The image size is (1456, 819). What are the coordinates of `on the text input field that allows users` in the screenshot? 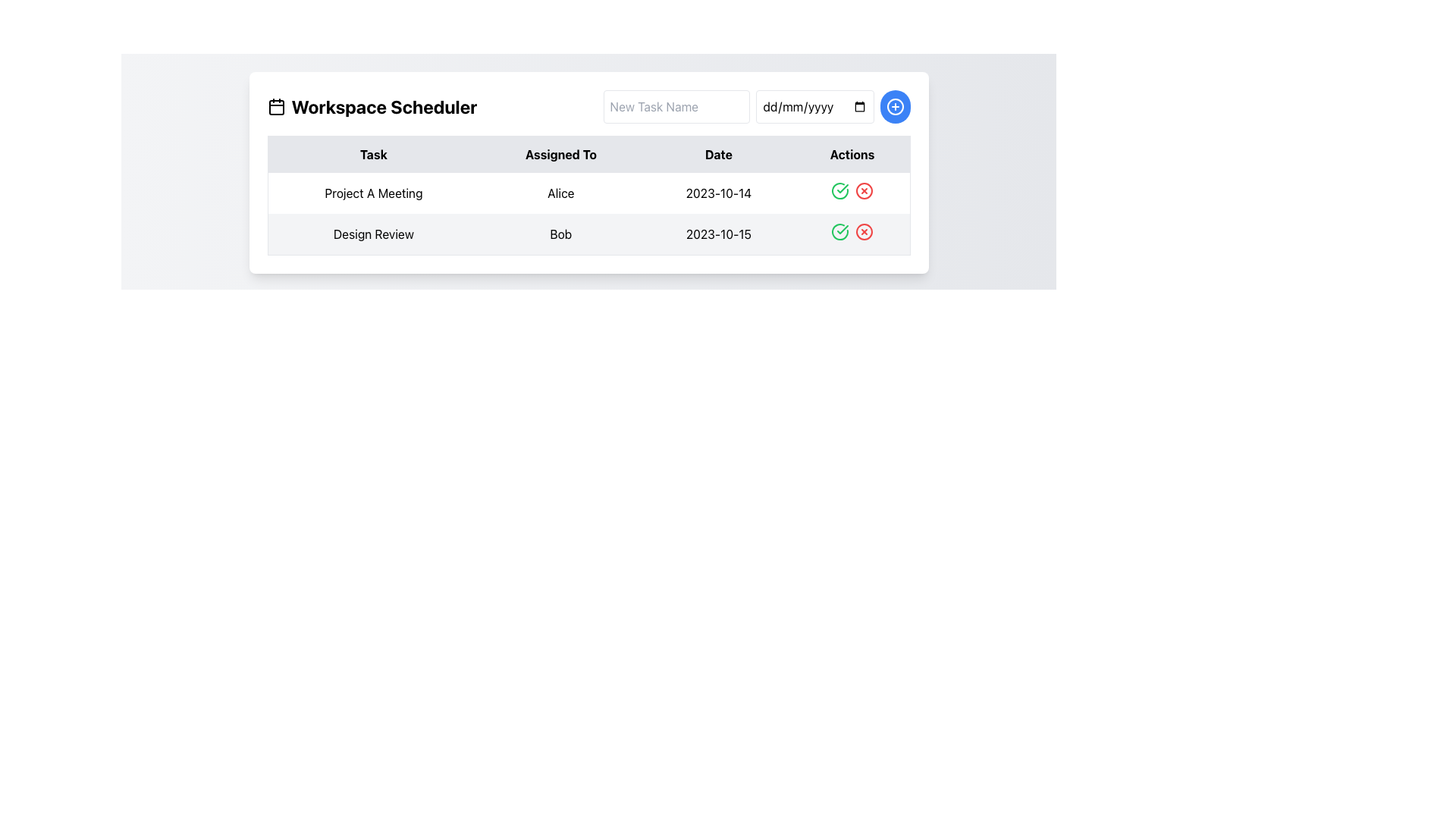 It's located at (676, 106).